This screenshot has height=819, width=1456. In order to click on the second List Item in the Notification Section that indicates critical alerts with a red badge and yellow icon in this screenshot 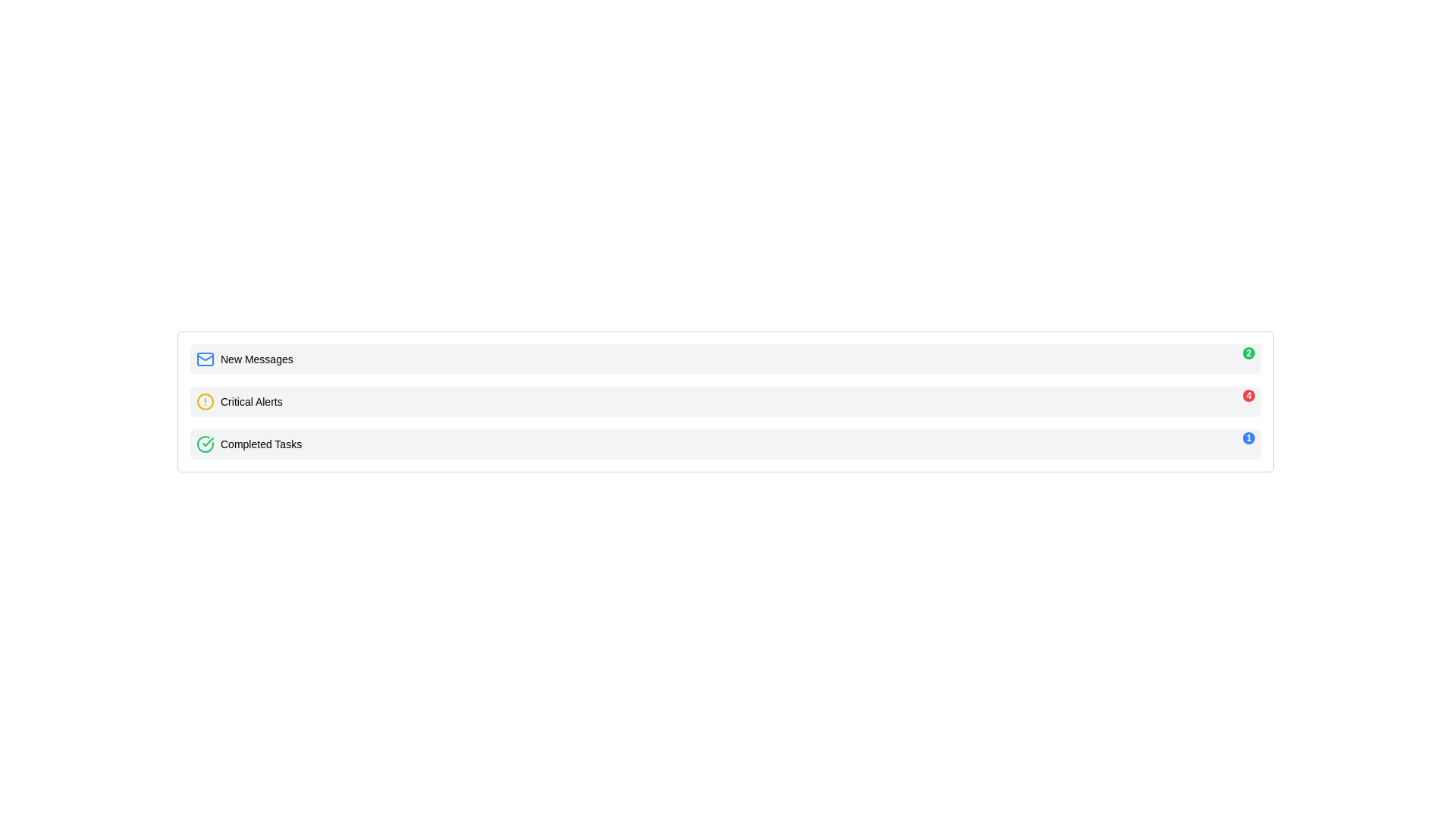, I will do `click(724, 400)`.